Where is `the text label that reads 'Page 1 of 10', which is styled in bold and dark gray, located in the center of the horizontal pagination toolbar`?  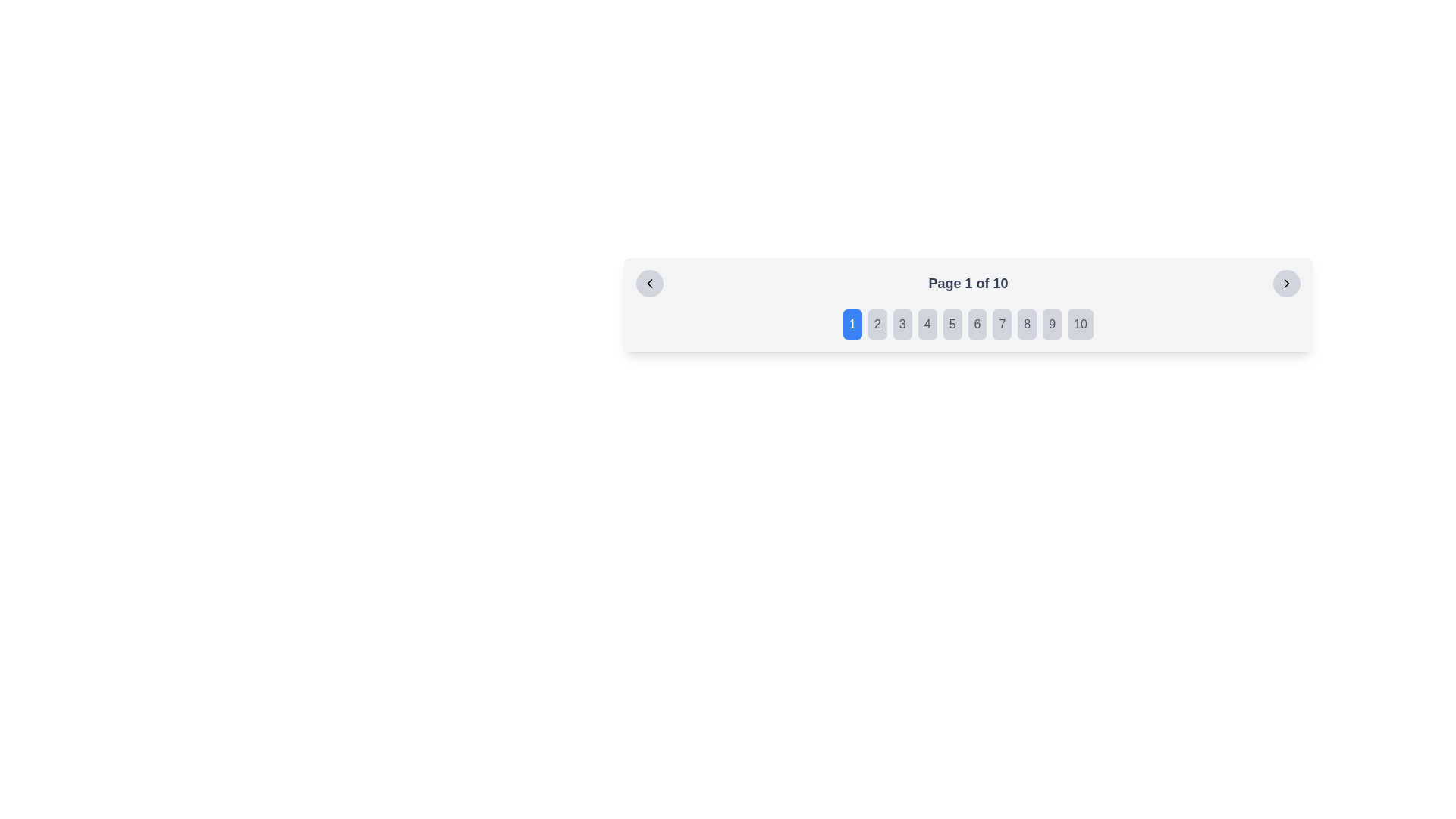
the text label that reads 'Page 1 of 10', which is styled in bold and dark gray, located in the center of the horizontal pagination toolbar is located at coordinates (967, 284).